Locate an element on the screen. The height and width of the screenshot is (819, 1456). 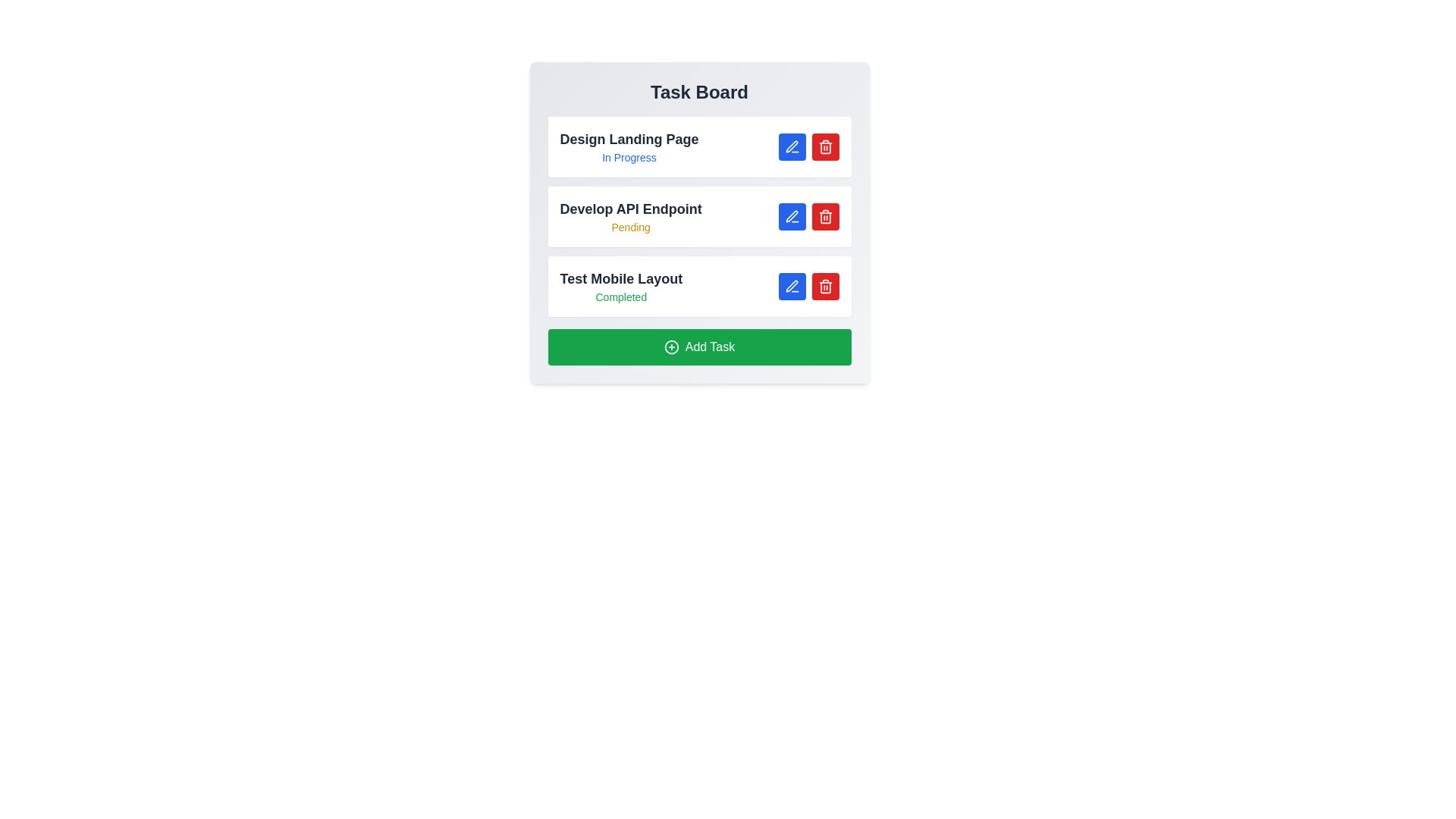
delete button next to the task Design Landing Page to remove it from the task list is located at coordinates (824, 146).